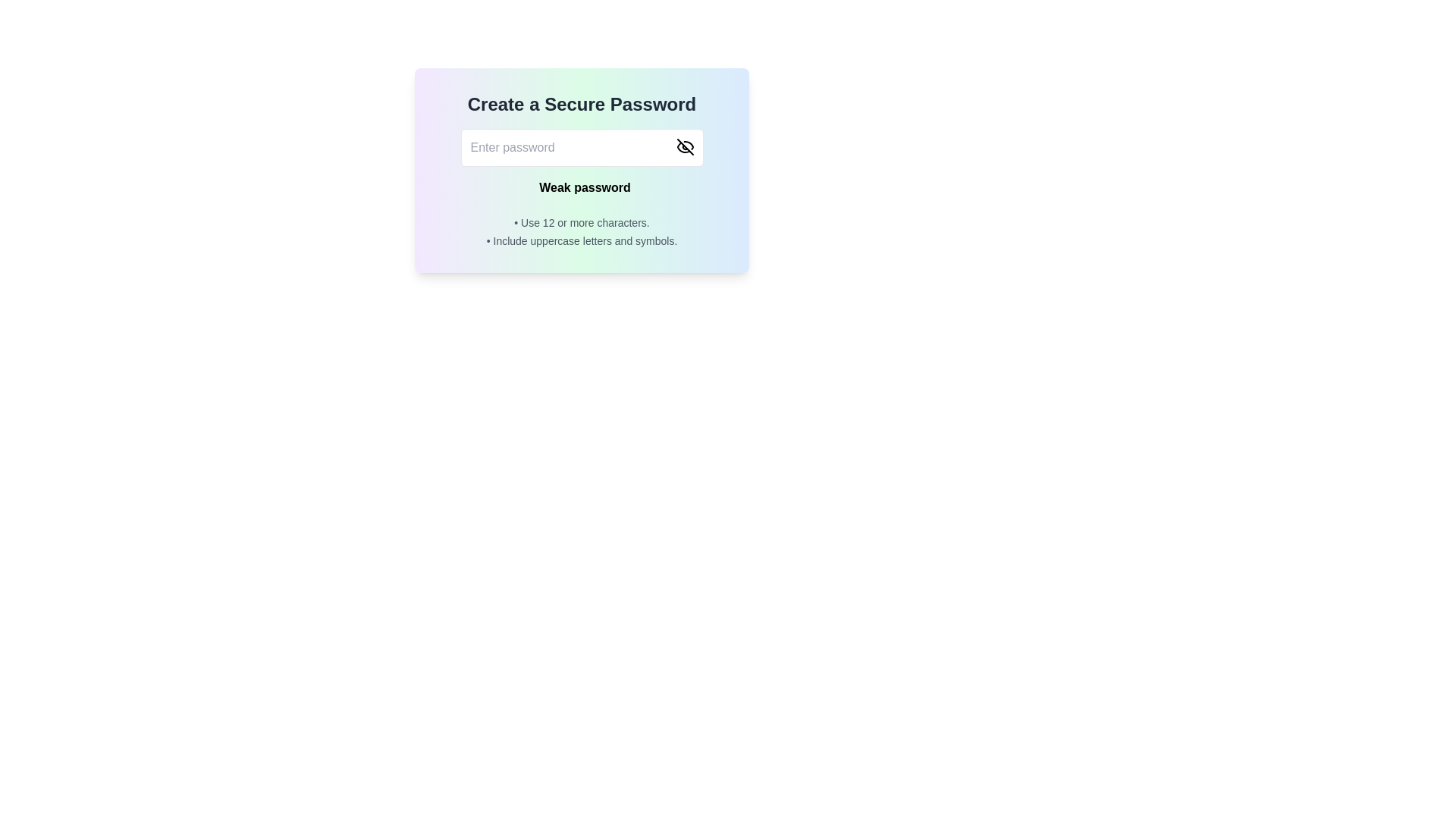 The width and height of the screenshot is (1456, 819). I want to click on text element that states 'Use 12 or more characters.' positioned as the first bullet point in the password requirements guidelines, so click(581, 222).